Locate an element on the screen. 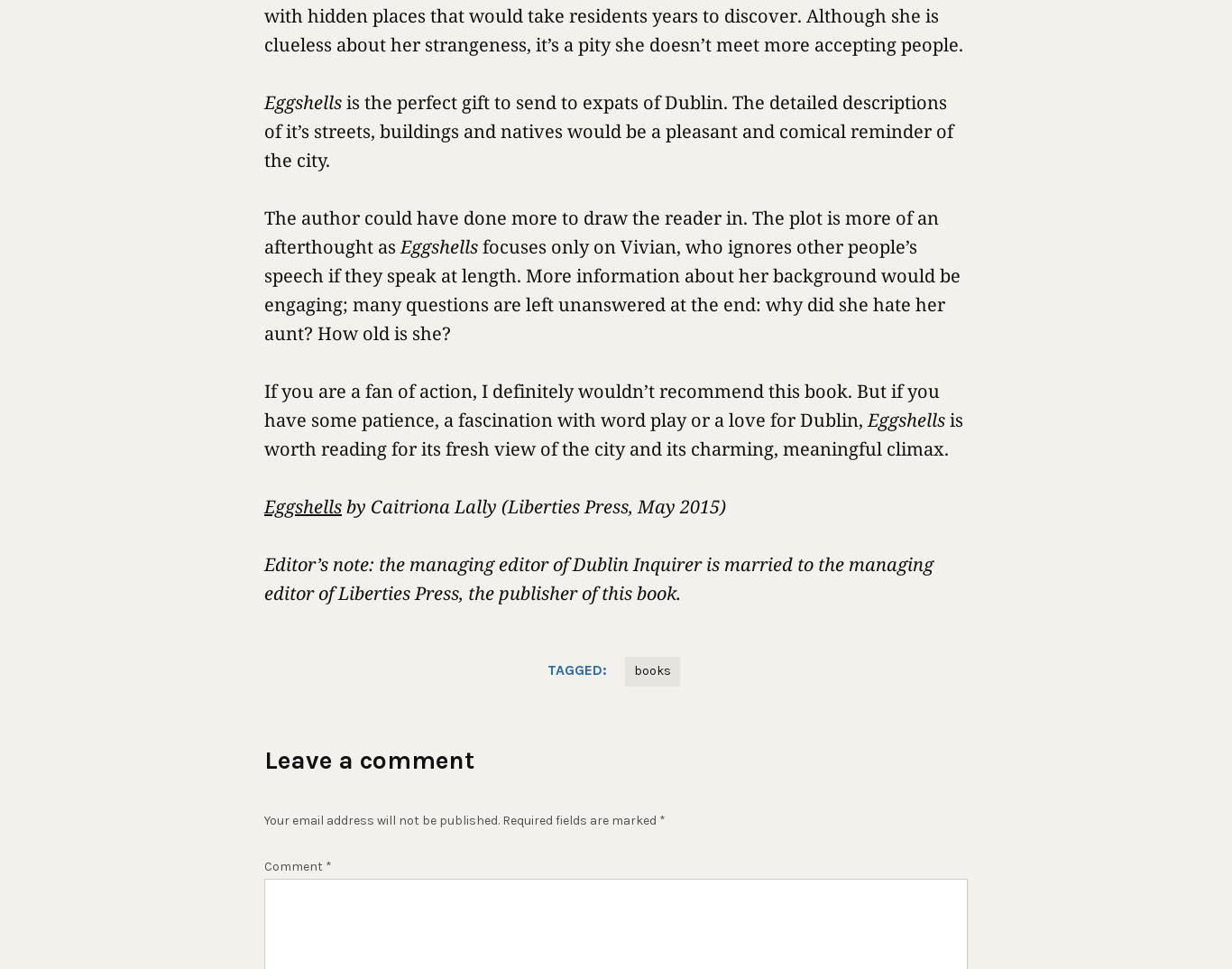 The image size is (1232, 969). 'Comment' is located at coordinates (295, 865).